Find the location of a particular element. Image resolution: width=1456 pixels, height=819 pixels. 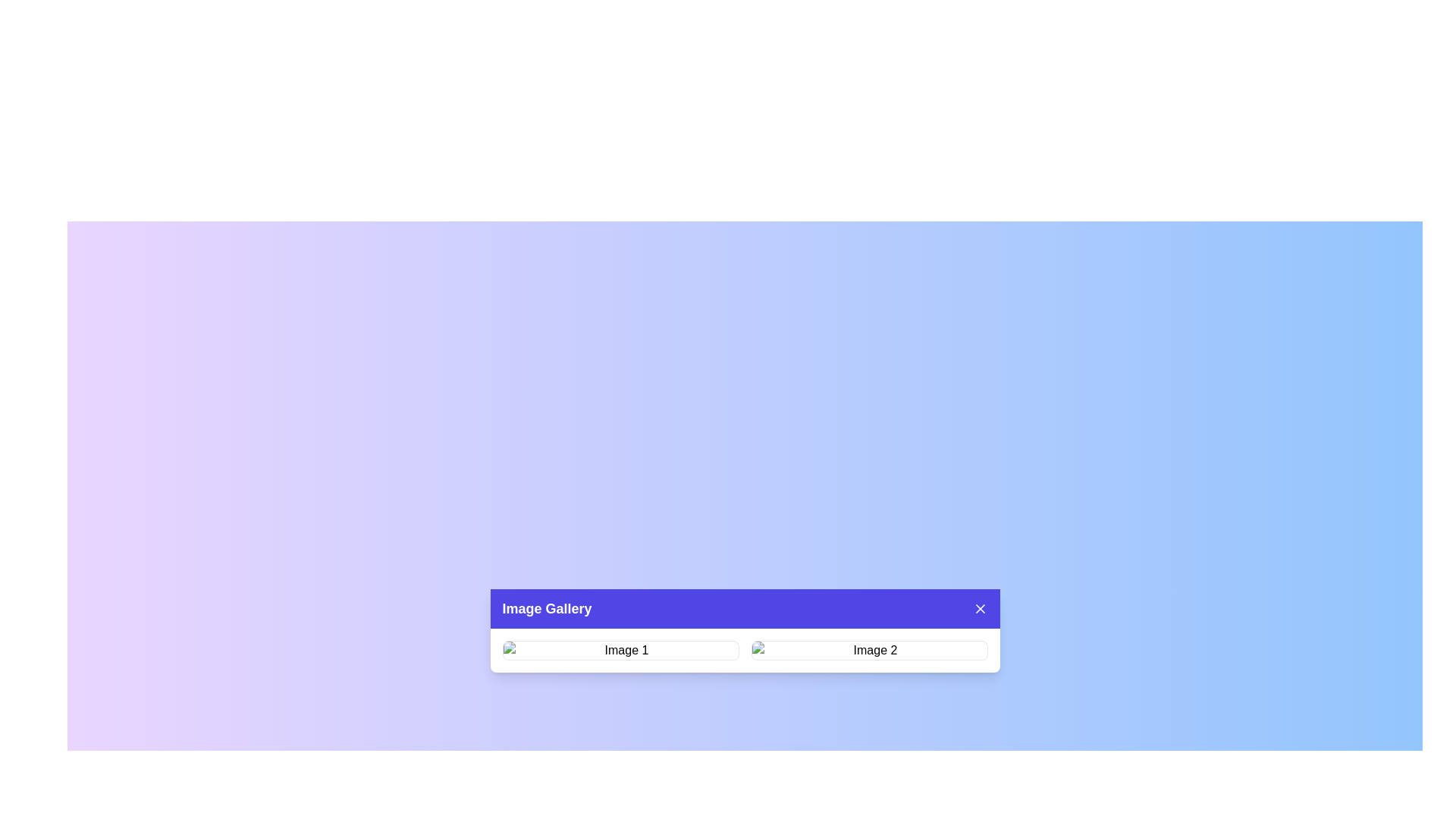

the image labeled Image 2 to observe its hover effect is located at coordinates (869, 649).